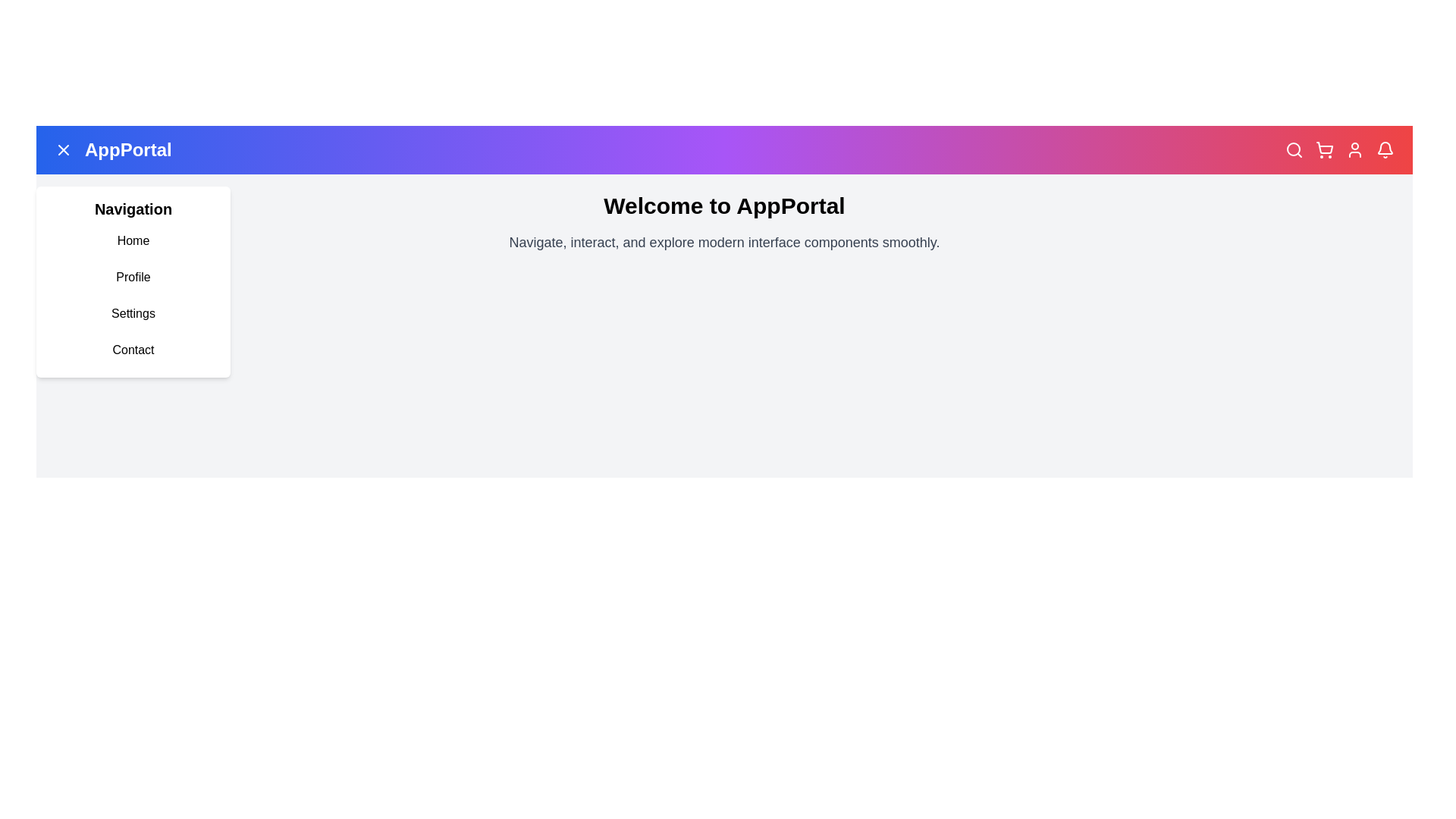 The width and height of the screenshot is (1456, 819). Describe the element at coordinates (133, 350) in the screenshot. I see `the 'Contact' button located in the sidebar navigation, which is the fourth item below 'Settings'` at that location.